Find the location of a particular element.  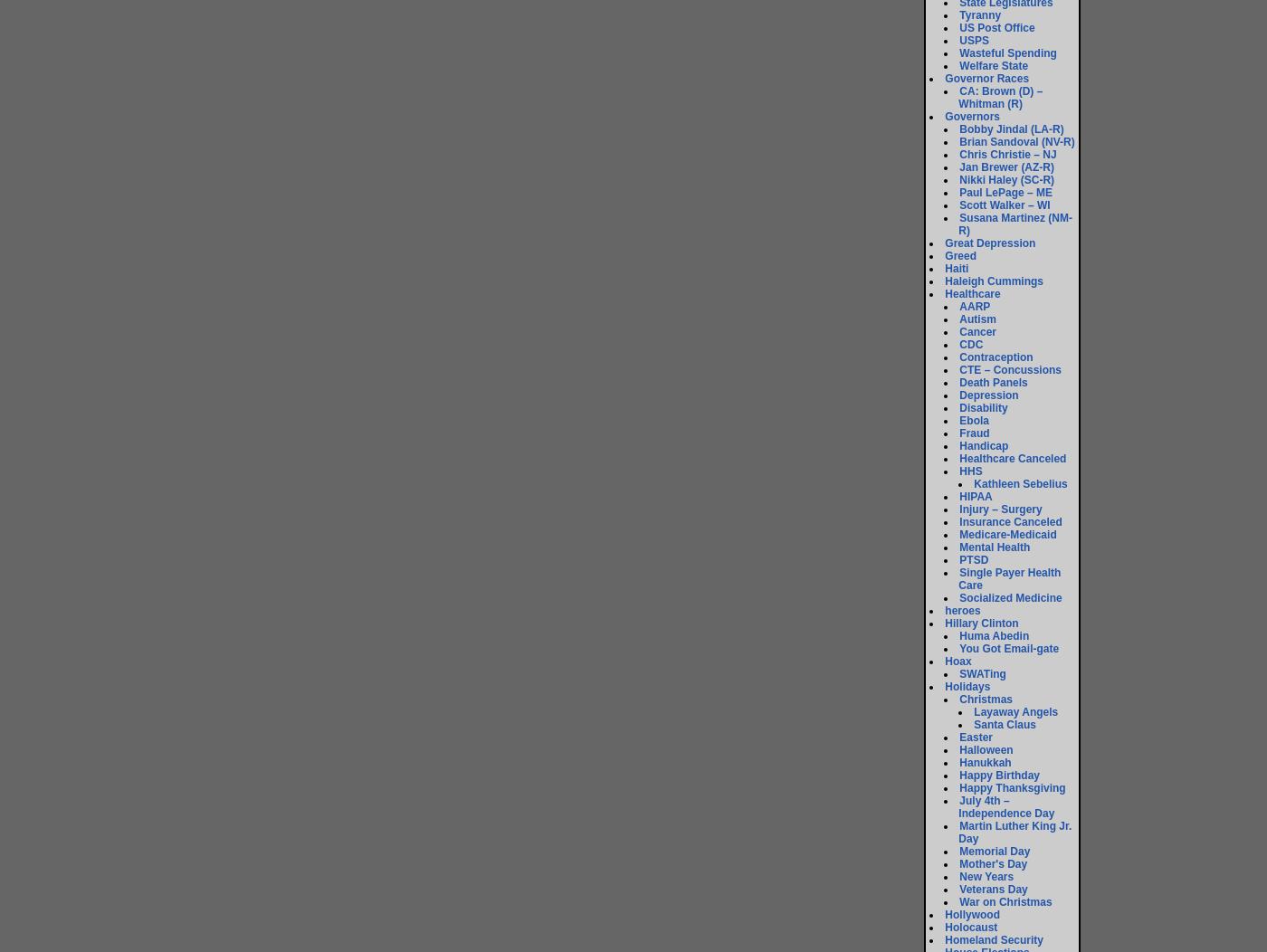

'Holidays' is located at coordinates (967, 686).